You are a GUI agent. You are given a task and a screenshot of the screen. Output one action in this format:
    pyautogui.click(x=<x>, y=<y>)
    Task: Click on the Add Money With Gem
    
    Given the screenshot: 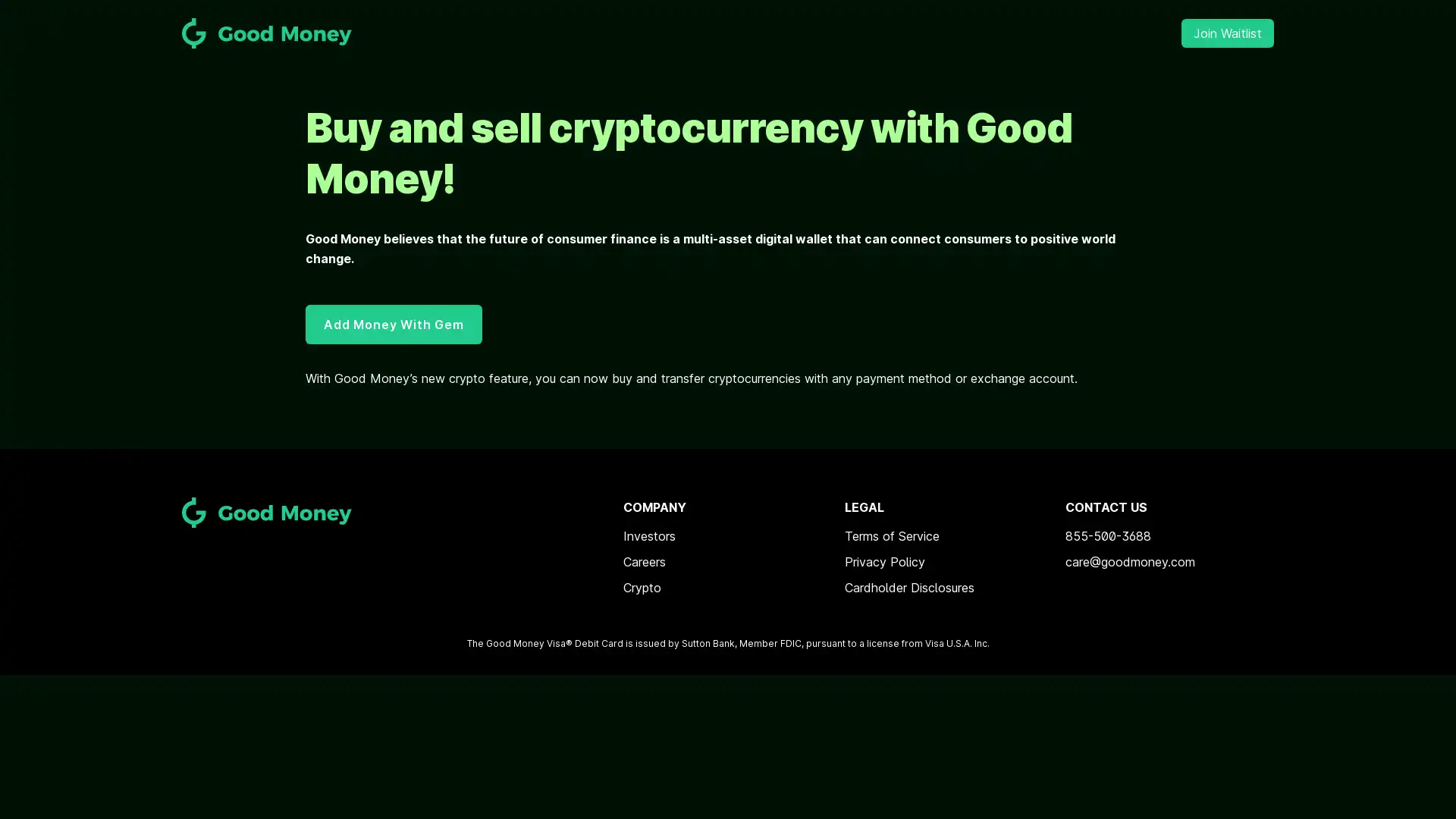 What is the action you would take?
    pyautogui.click(x=393, y=323)
    